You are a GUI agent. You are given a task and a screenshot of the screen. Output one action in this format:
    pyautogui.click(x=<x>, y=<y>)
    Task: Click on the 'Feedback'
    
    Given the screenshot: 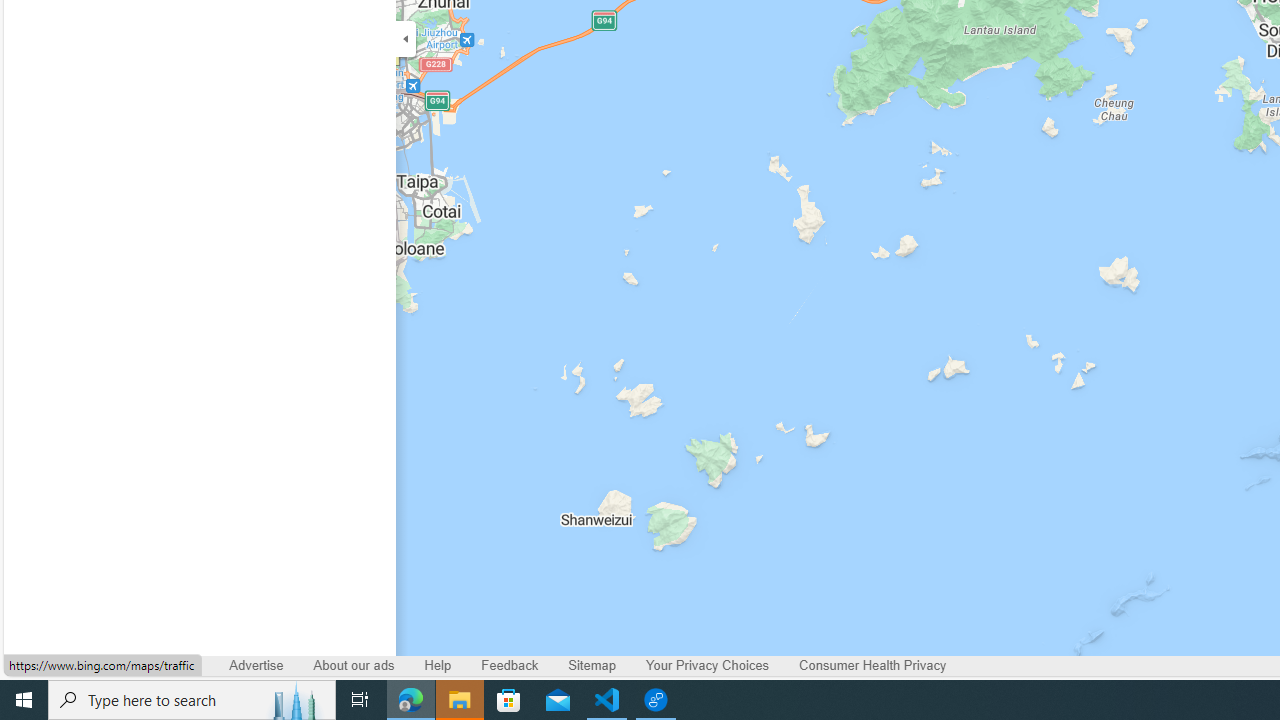 What is the action you would take?
    pyautogui.click(x=510, y=665)
    